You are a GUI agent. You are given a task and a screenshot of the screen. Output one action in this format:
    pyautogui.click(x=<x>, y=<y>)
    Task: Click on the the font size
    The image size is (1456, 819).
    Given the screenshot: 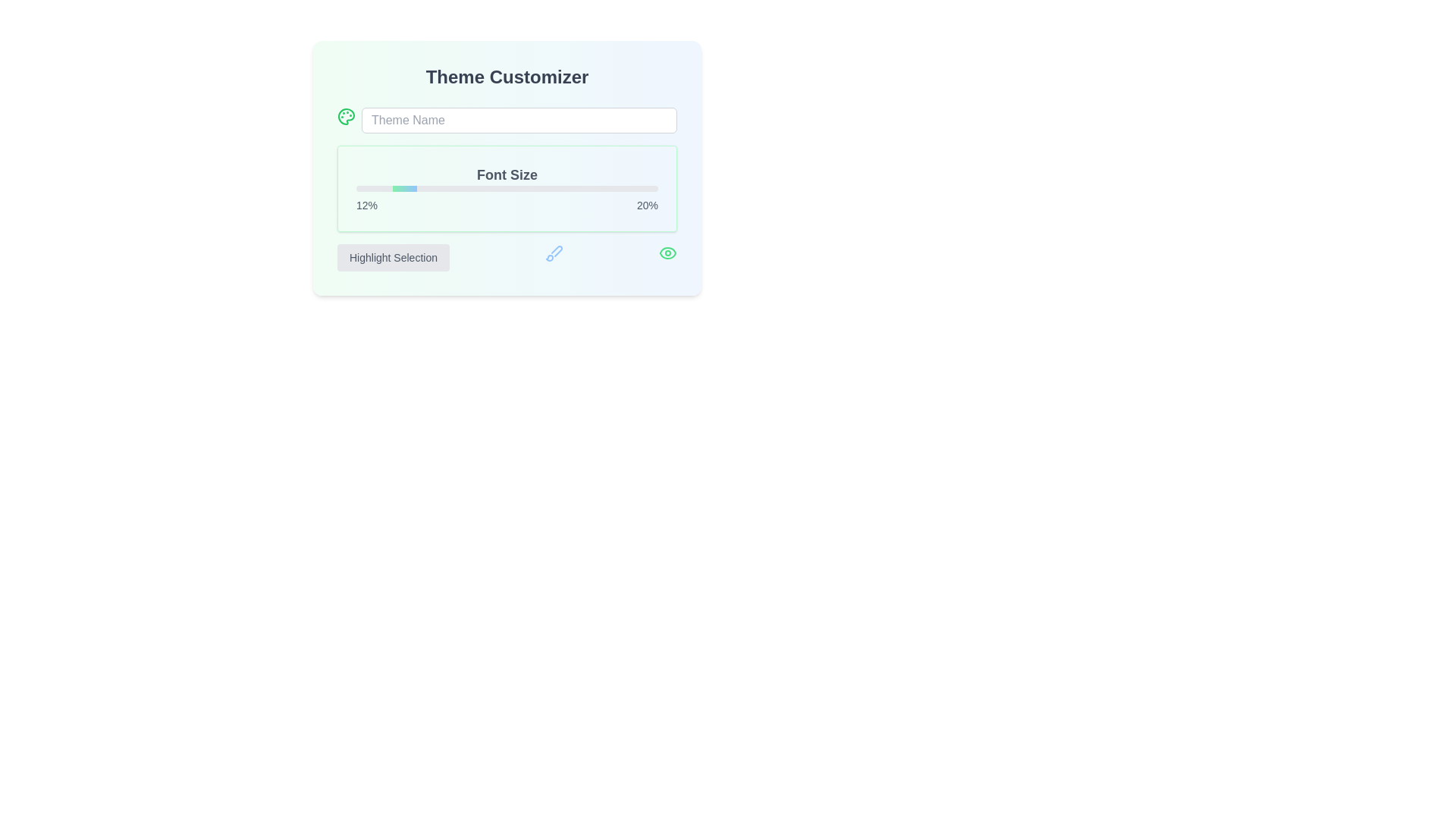 What is the action you would take?
    pyautogui.click(x=467, y=188)
    